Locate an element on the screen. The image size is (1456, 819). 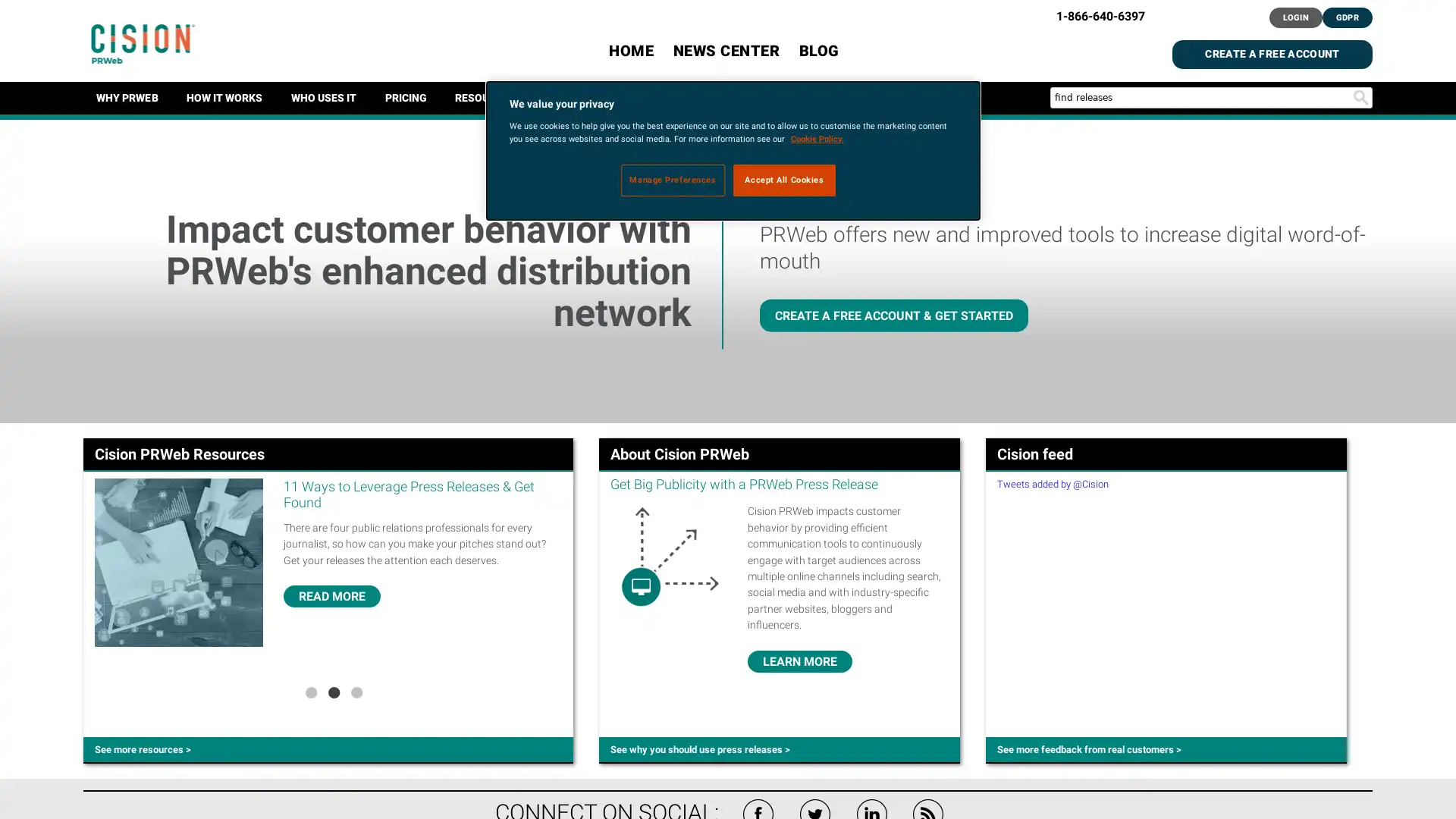
Accept All Cookies is located at coordinates (784, 178).